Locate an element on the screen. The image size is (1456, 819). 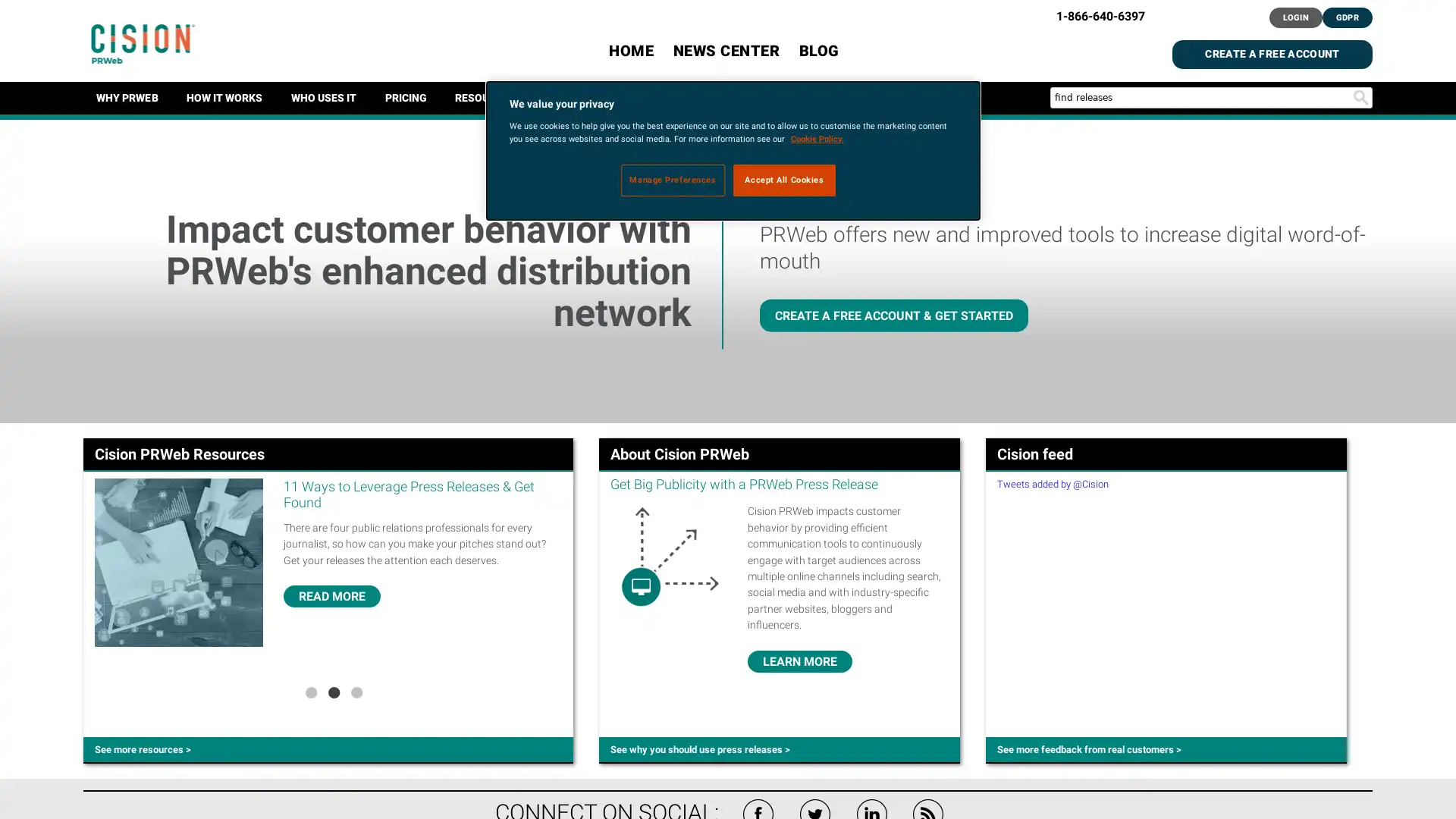
Accept All Cookies is located at coordinates (784, 178).